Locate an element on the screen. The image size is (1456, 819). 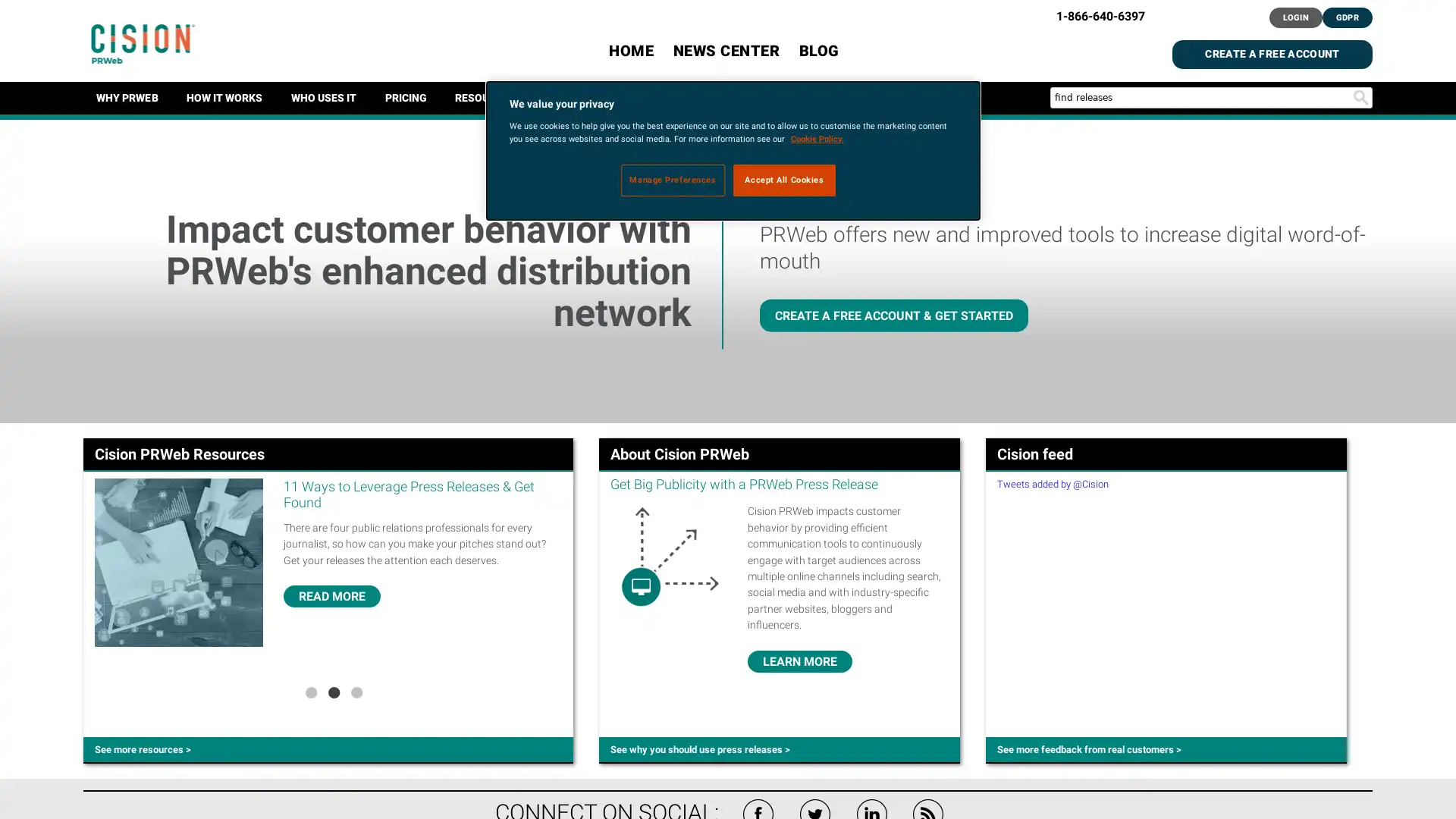
Accept All Cookies is located at coordinates (784, 178).